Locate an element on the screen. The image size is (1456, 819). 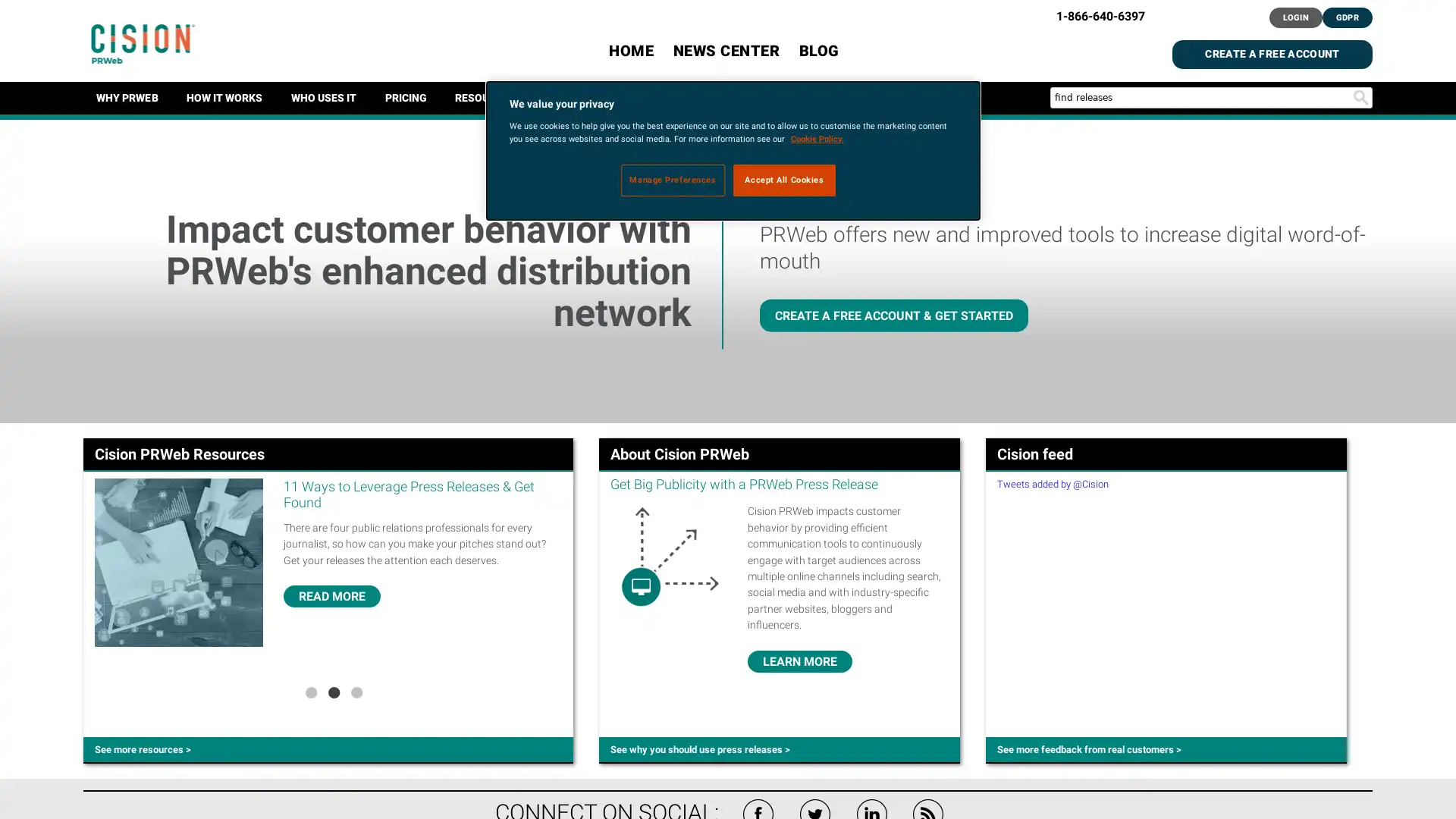
Accept All Cookies is located at coordinates (784, 178).